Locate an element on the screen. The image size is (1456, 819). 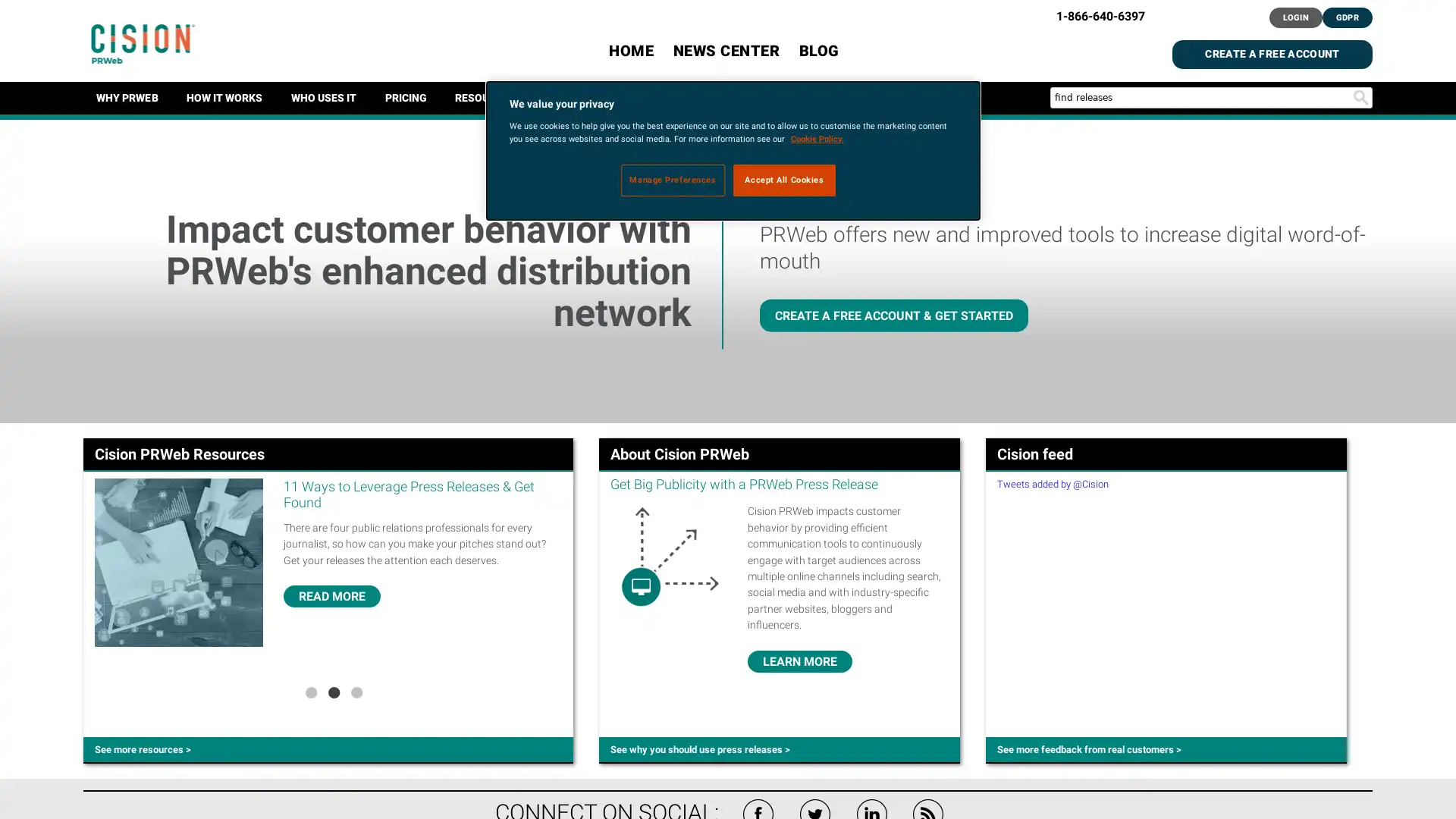
Accept All Cookies is located at coordinates (784, 178).